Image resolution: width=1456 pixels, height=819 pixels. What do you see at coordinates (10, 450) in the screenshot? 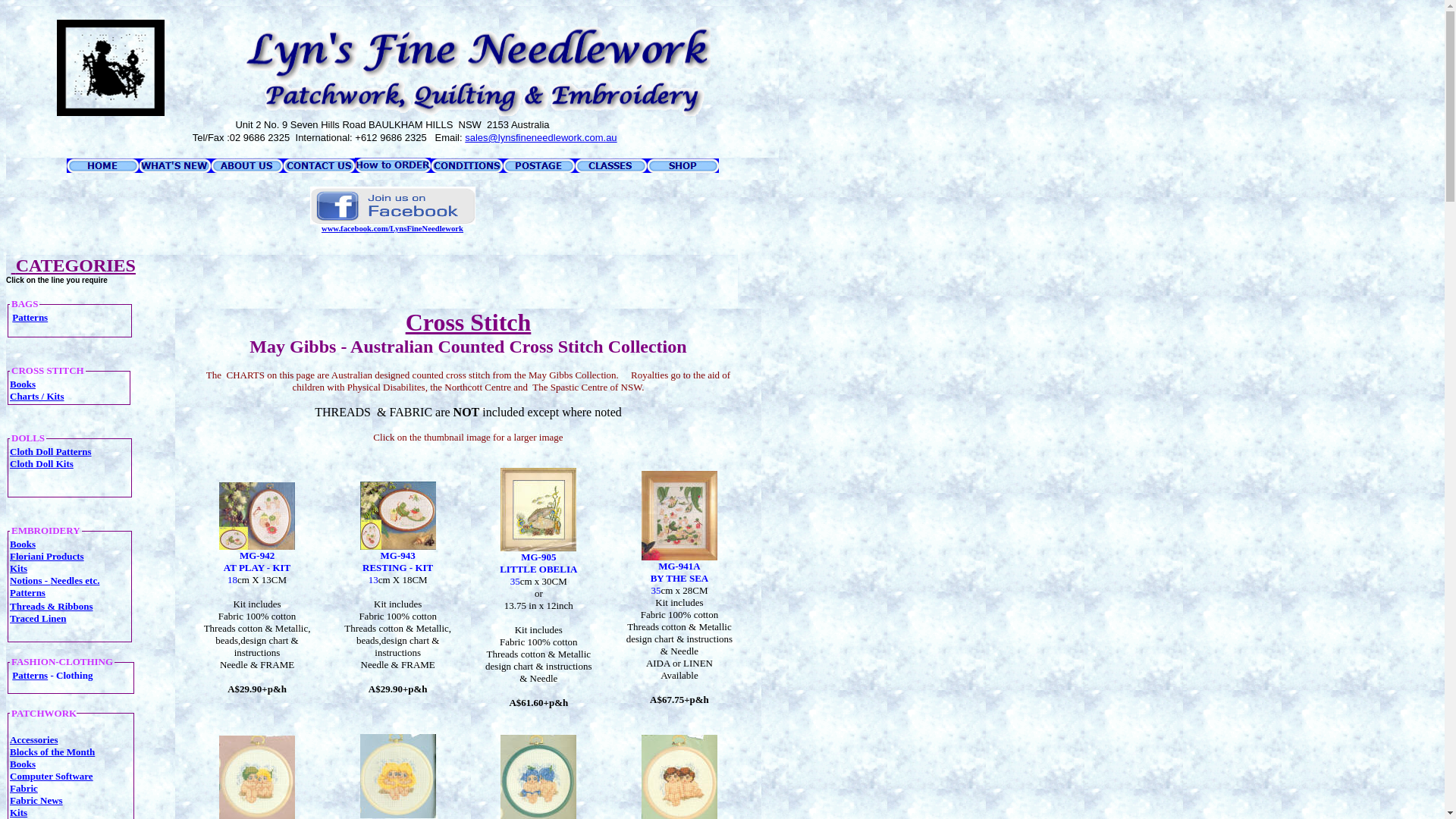
I see `'Cloth Doll Patterns'` at bounding box center [10, 450].